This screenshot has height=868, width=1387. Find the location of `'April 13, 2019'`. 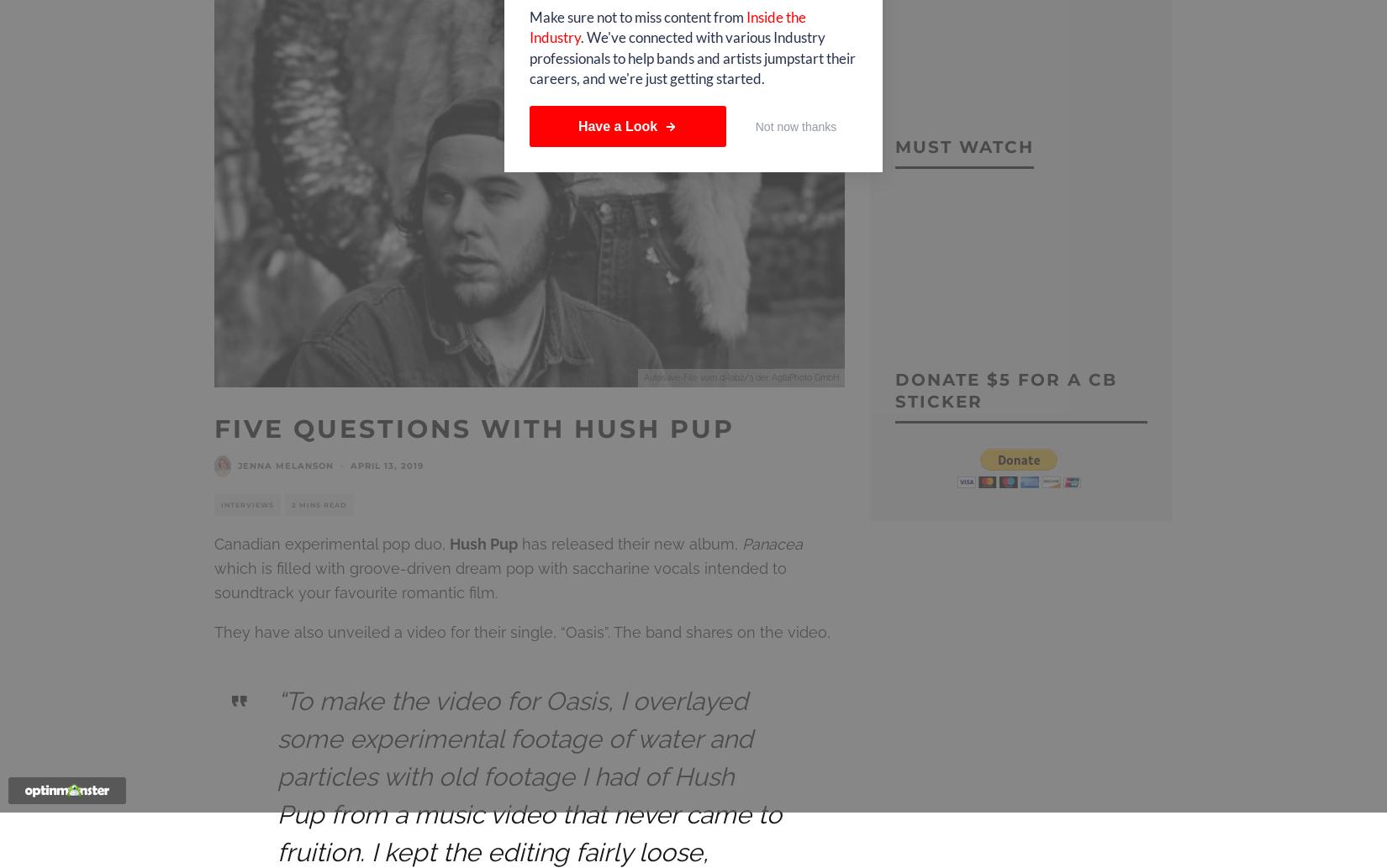

'April 13, 2019' is located at coordinates (386, 465).